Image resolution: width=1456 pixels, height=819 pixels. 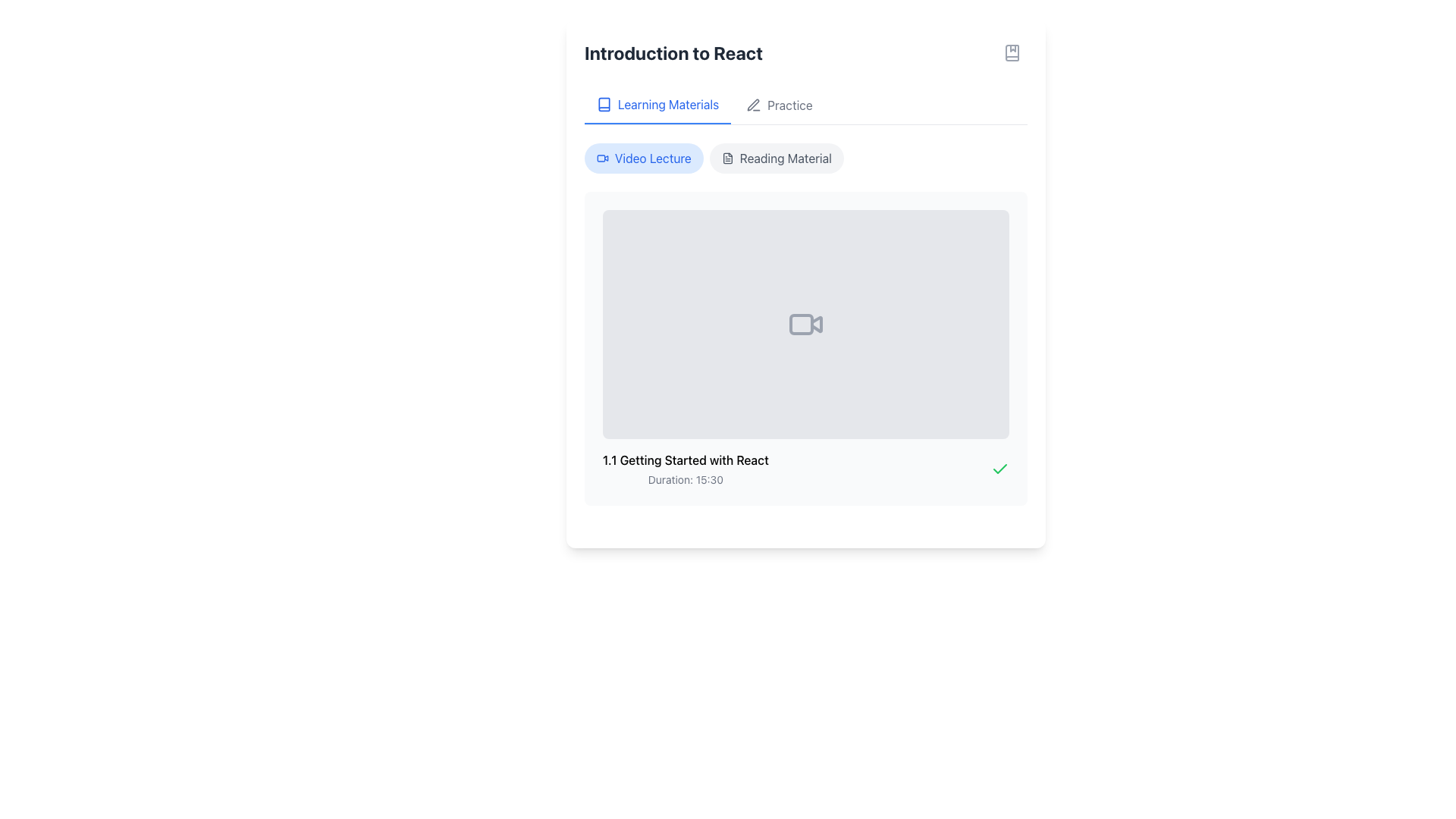 I want to click on the 'Learning Materials' button, which is the first button in a row of options at the top-left of the main content section, so click(x=657, y=104).